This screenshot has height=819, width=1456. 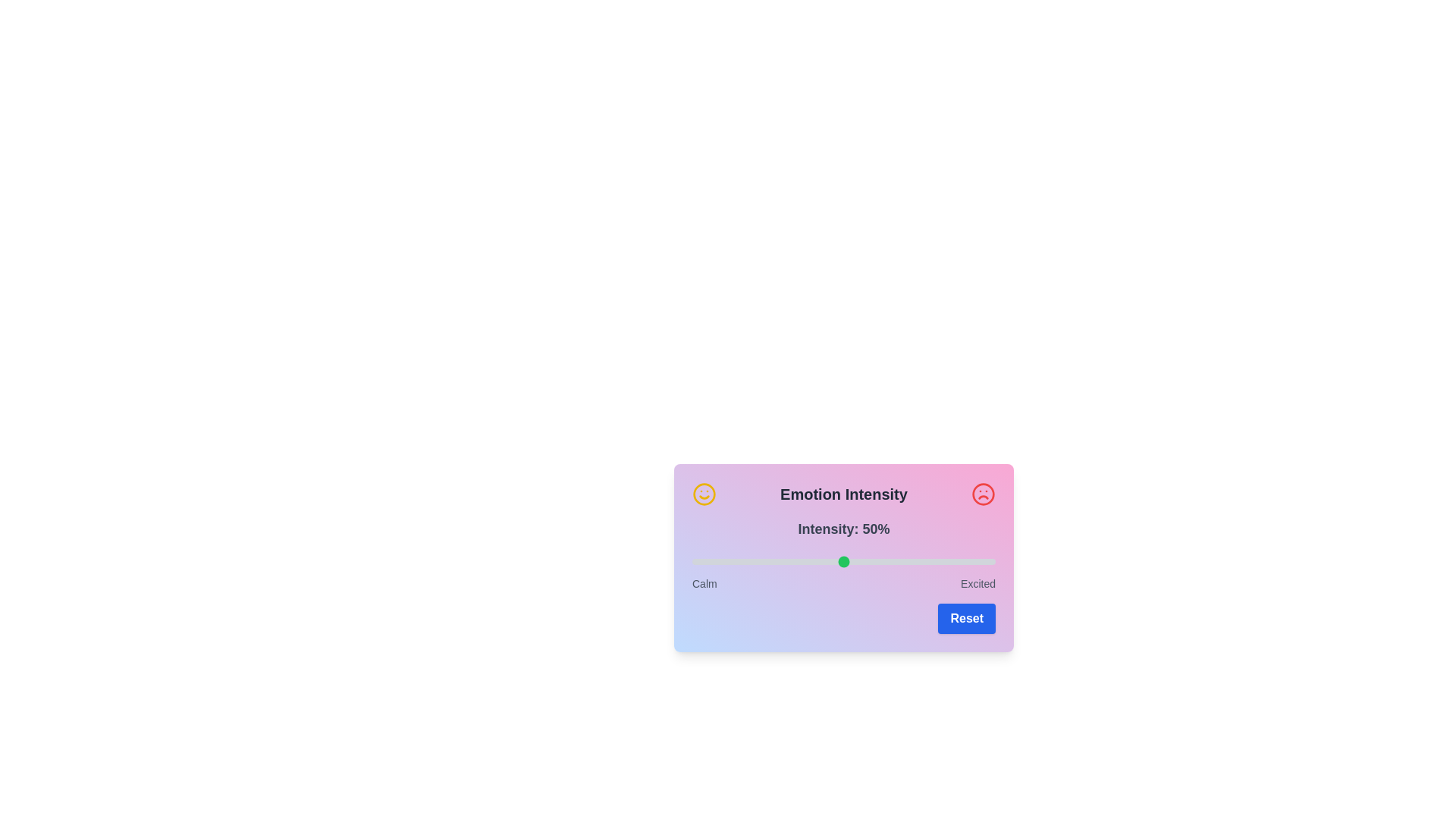 What do you see at coordinates (831, 561) in the screenshot?
I see `the intensity slider to 46%` at bounding box center [831, 561].